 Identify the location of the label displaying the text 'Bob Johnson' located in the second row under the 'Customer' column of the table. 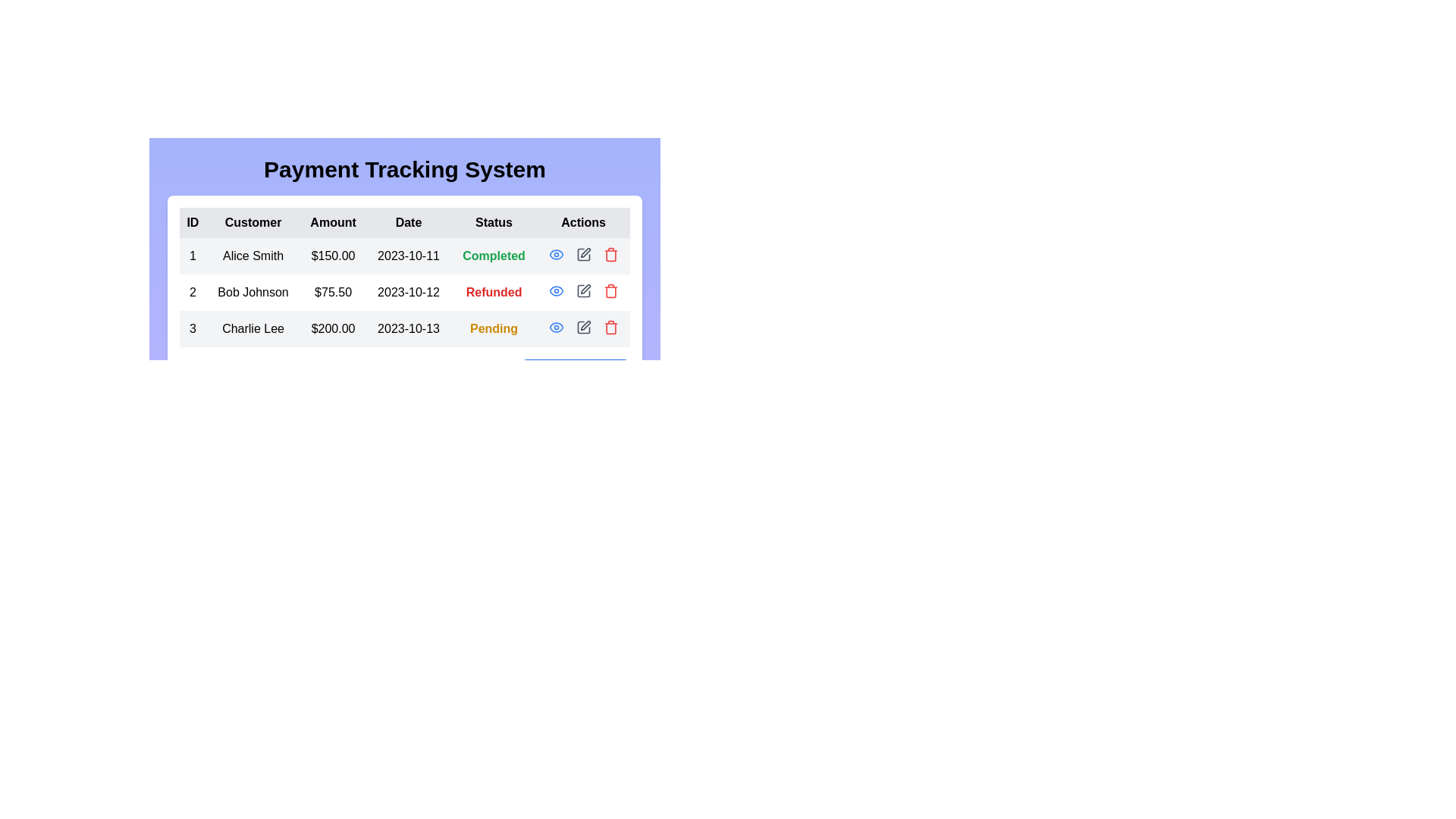
(253, 292).